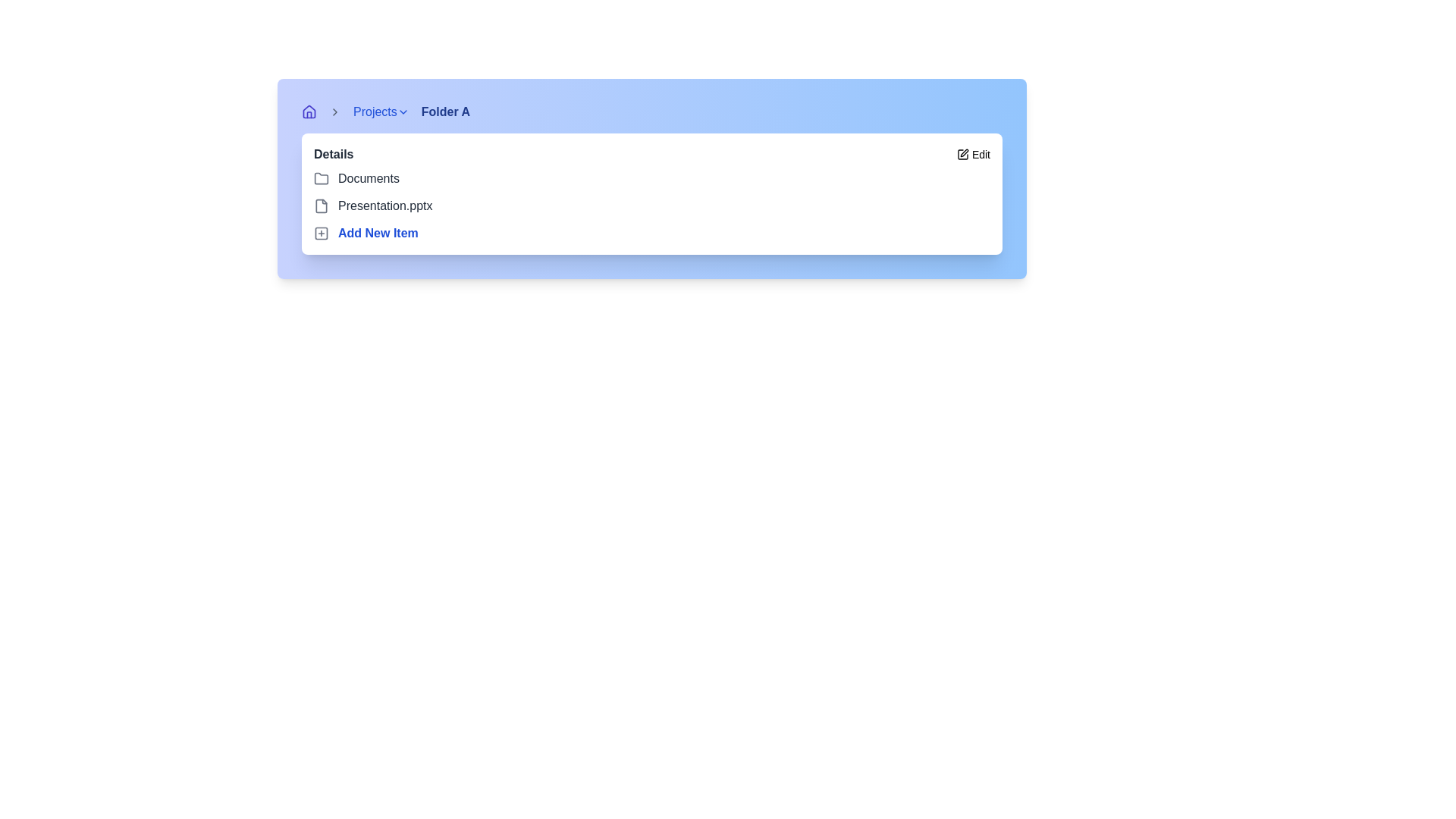 This screenshot has width=1456, height=819. I want to click on the home-navigation icon, so click(309, 111).